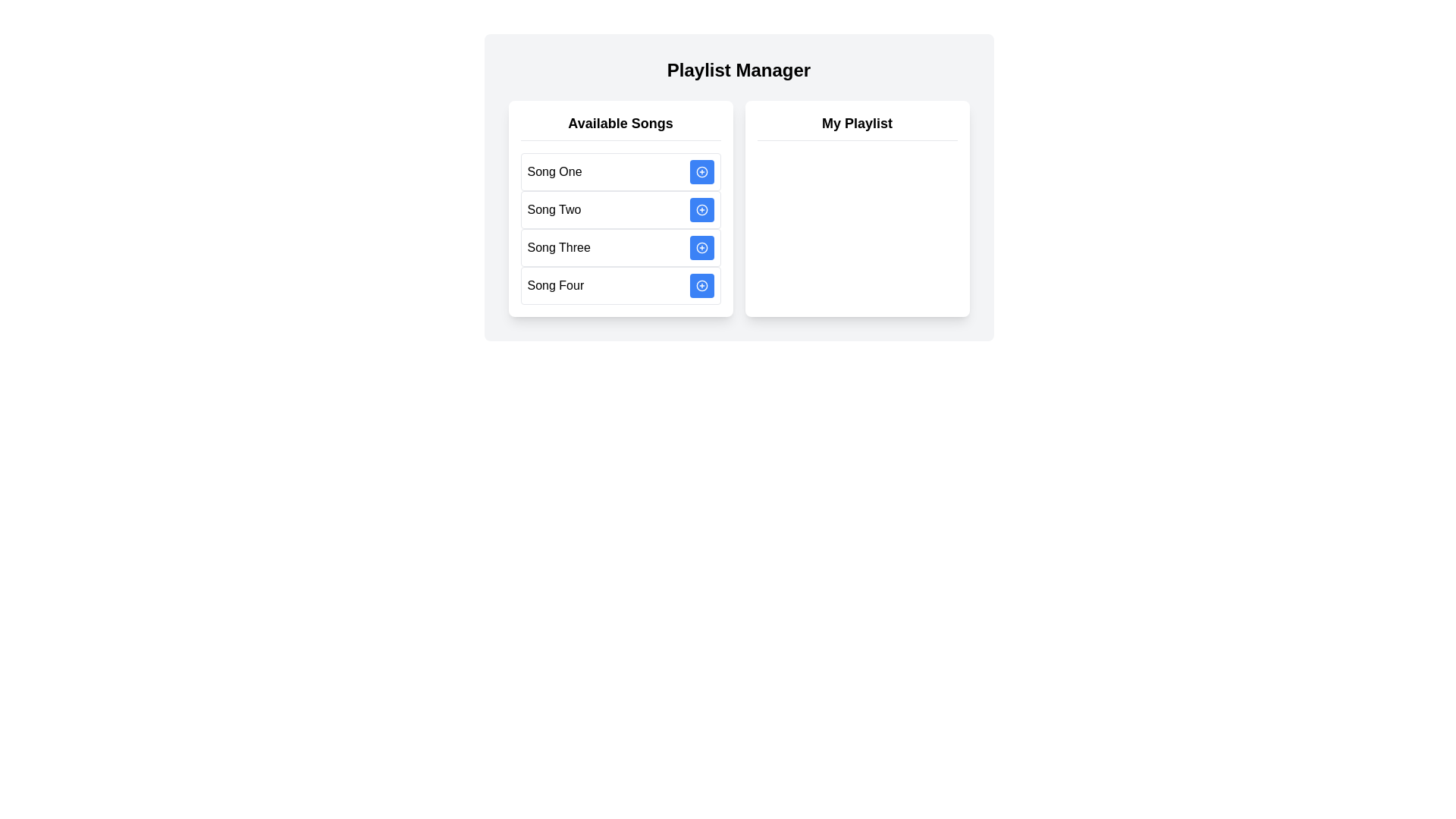  Describe the element at coordinates (701, 210) in the screenshot. I see `'Add' button next to the song titled Song Two to add it to the playlist` at that location.